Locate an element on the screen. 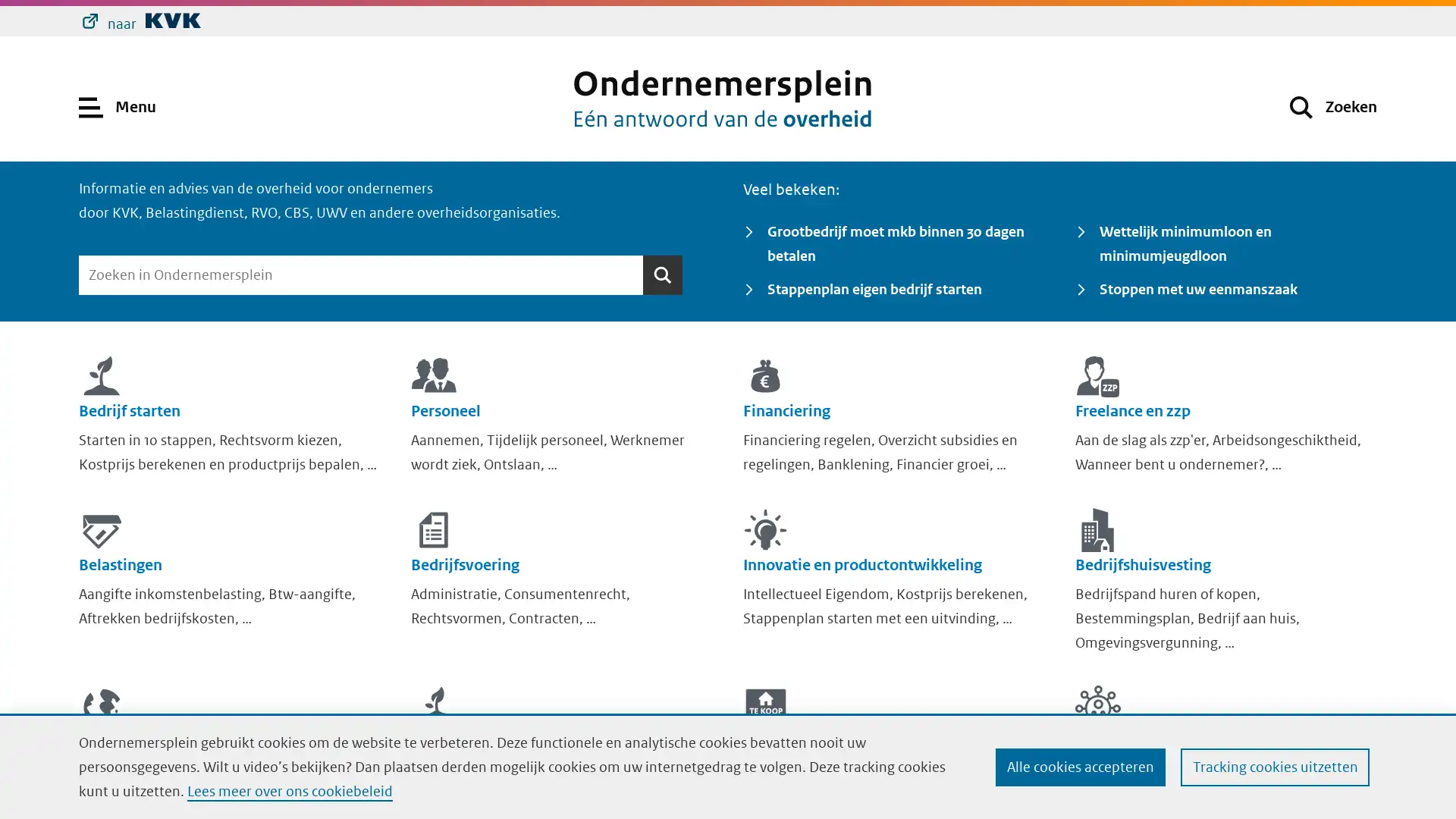 This screenshot has width=1456, height=819. Tracking cookies uitzetten is located at coordinates (1274, 767).